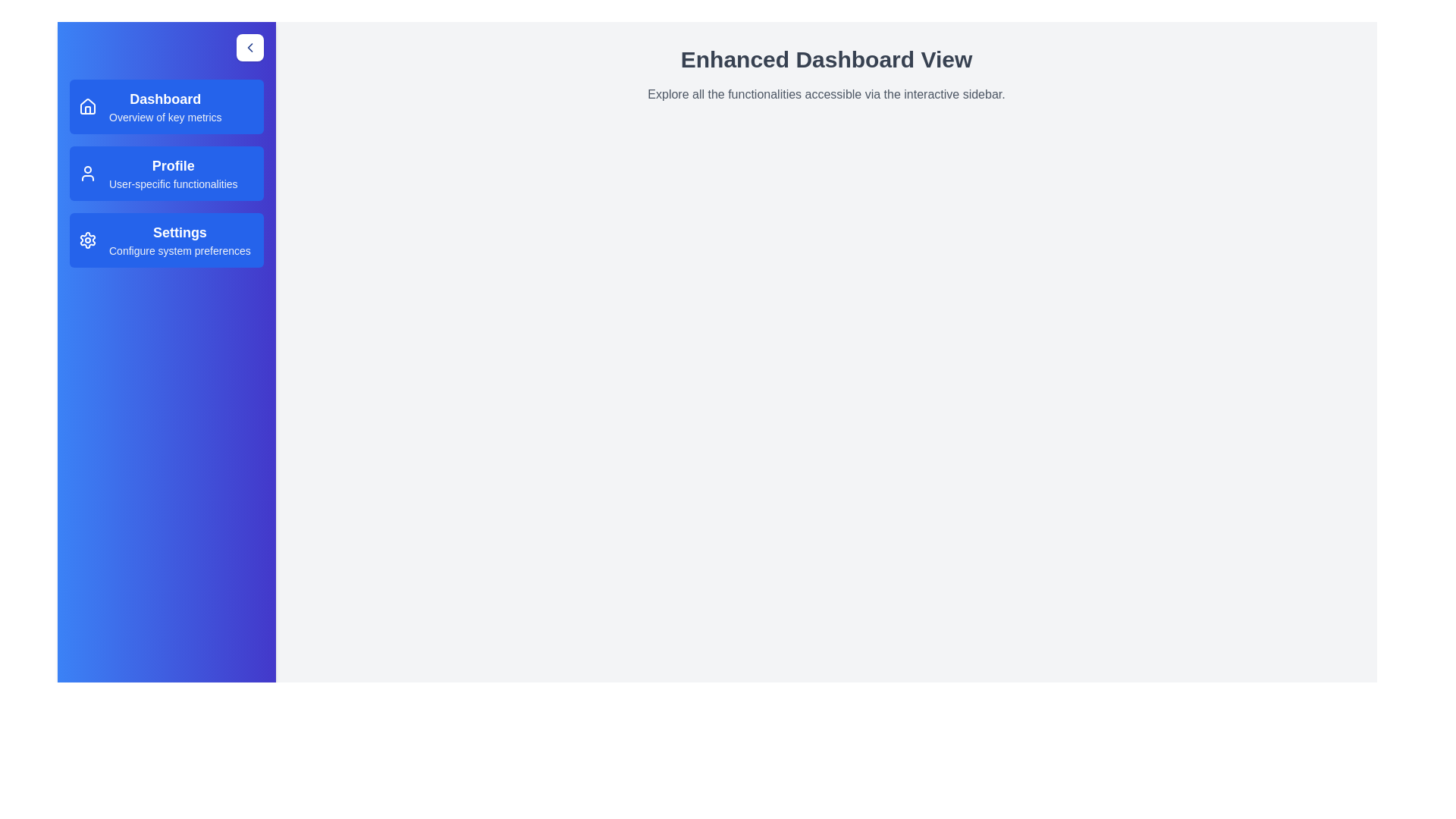 This screenshot has height=819, width=1456. I want to click on the menu option Dashboard from the sidebar, so click(167, 106).